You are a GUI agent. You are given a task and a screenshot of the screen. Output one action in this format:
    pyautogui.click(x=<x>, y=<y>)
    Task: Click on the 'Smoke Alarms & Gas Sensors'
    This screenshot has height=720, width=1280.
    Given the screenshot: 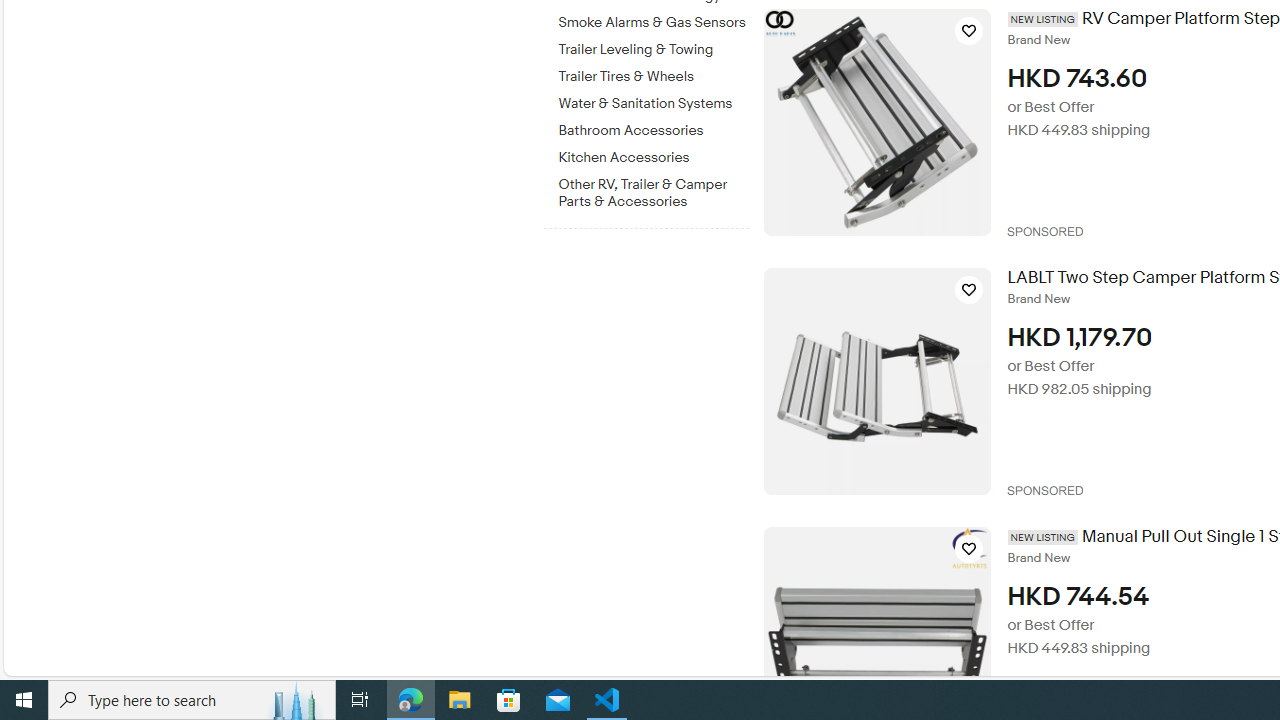 What is the action you would take?
    pyautogui.click(x=653, y=23)
    